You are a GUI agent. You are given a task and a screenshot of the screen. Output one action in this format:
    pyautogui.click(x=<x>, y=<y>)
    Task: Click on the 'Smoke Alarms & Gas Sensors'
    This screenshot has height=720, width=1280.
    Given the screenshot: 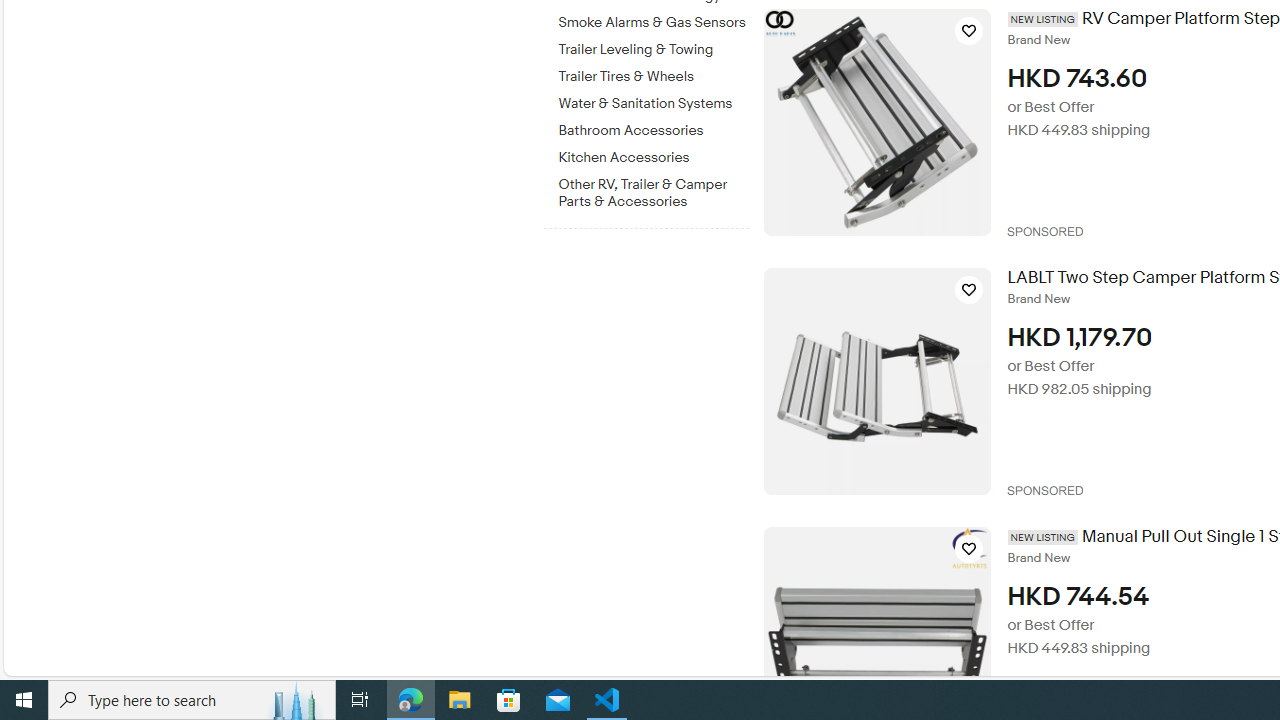 What is the action you would take?
    pyautogui.click(x=653, y=23)
    